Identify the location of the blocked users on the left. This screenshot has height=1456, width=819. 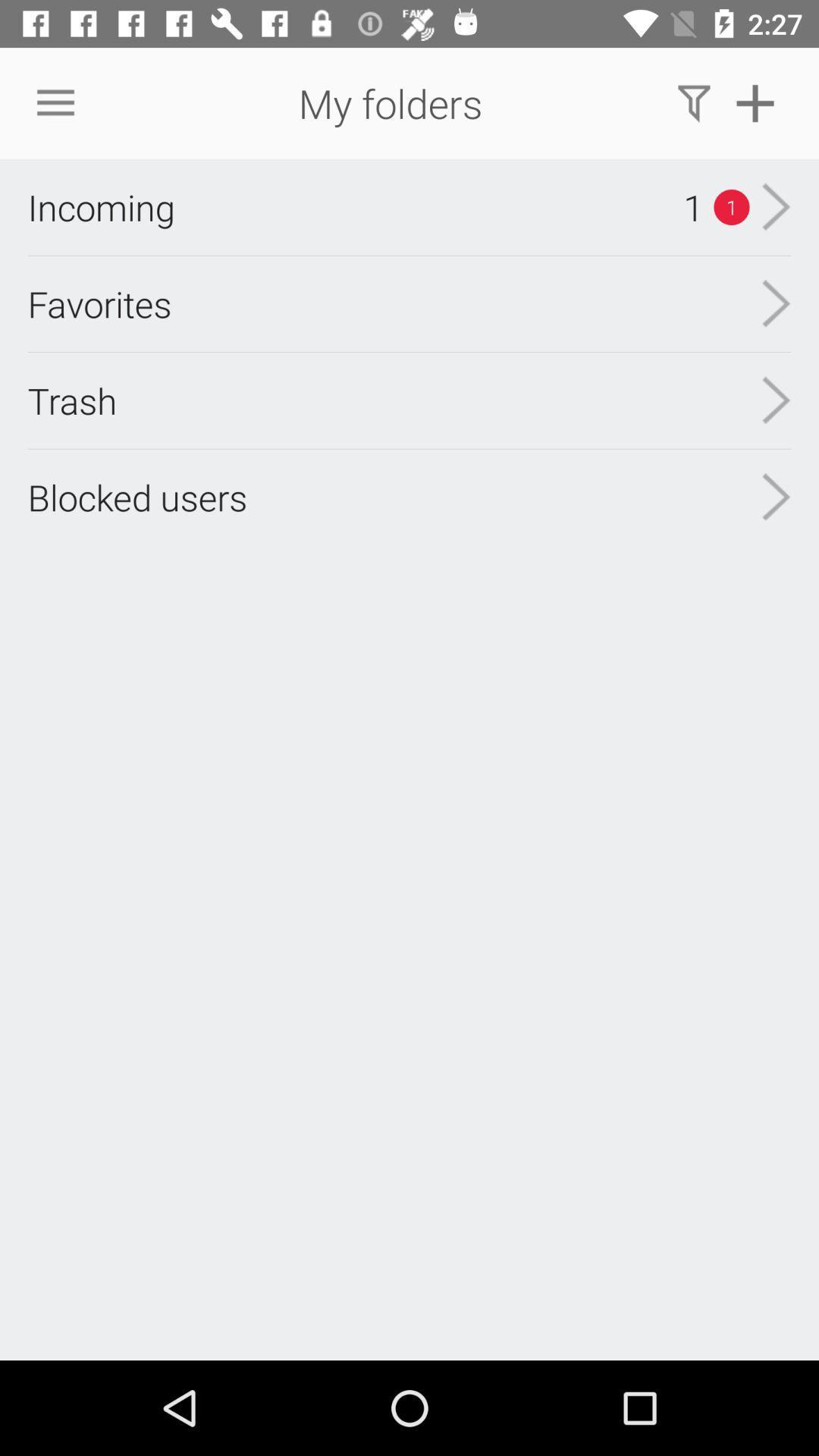
(137, 497).